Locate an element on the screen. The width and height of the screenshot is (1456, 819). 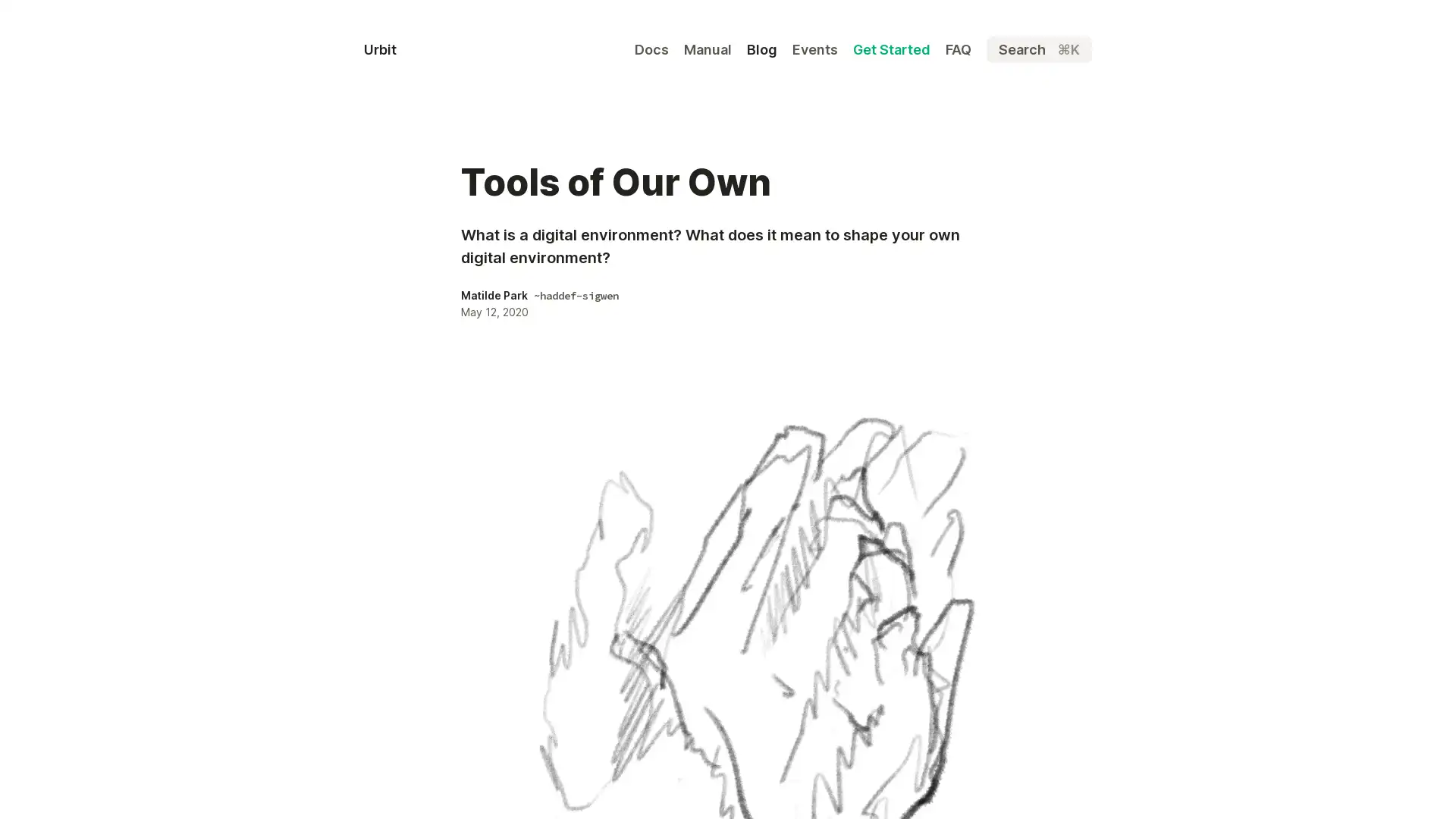
Search K is located at coordinates (1038, 49).